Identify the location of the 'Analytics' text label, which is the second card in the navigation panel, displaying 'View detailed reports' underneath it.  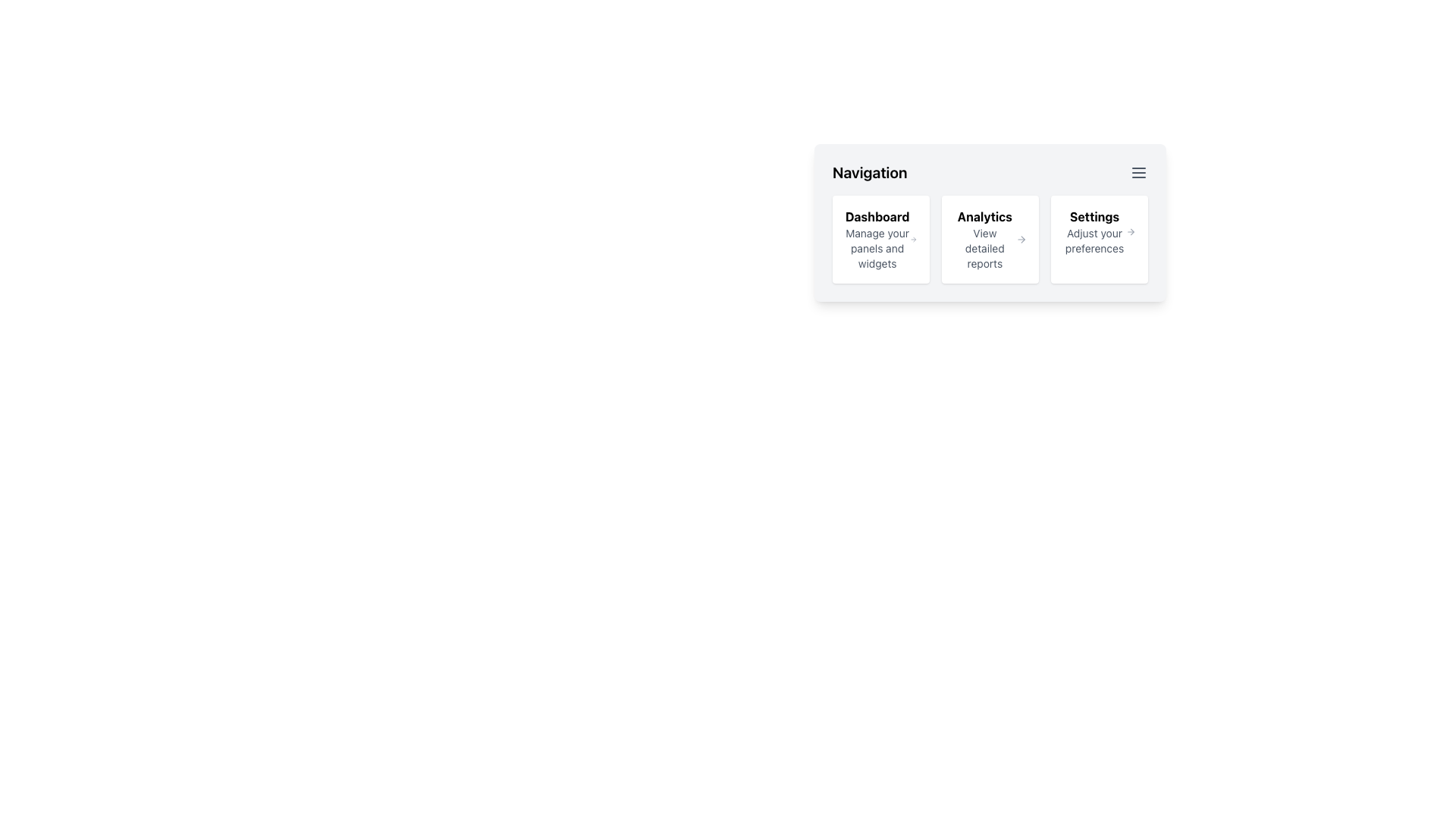
(984, 239).